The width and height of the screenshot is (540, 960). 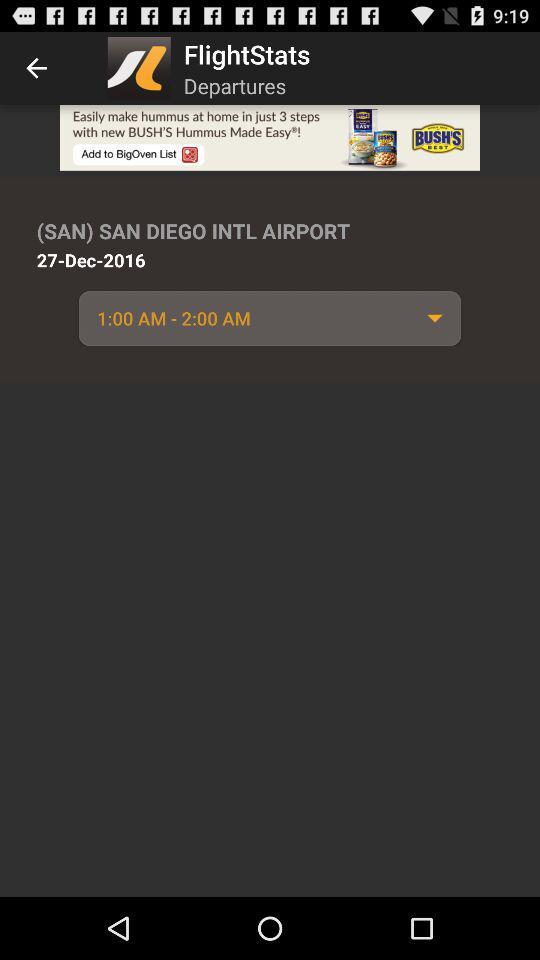 I want to click on advertisement image, so click(x=270, y=136).